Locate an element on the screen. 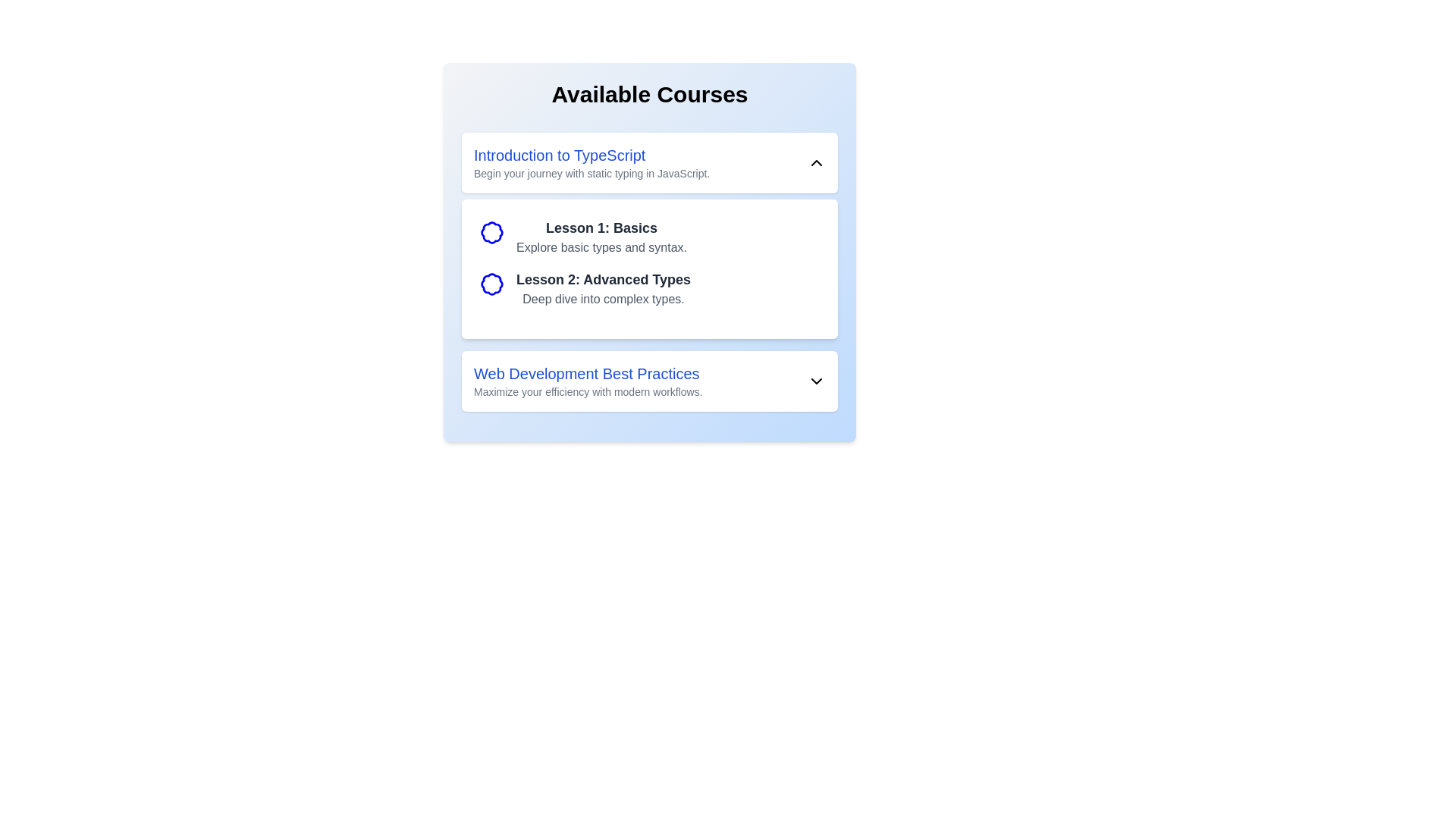  the text label that reads 'Introduction to TypeScript', which is styled in a prominent blue bold font and is positioned at the top of the 'Available Courses' panel is located at coordinates (591, 155).